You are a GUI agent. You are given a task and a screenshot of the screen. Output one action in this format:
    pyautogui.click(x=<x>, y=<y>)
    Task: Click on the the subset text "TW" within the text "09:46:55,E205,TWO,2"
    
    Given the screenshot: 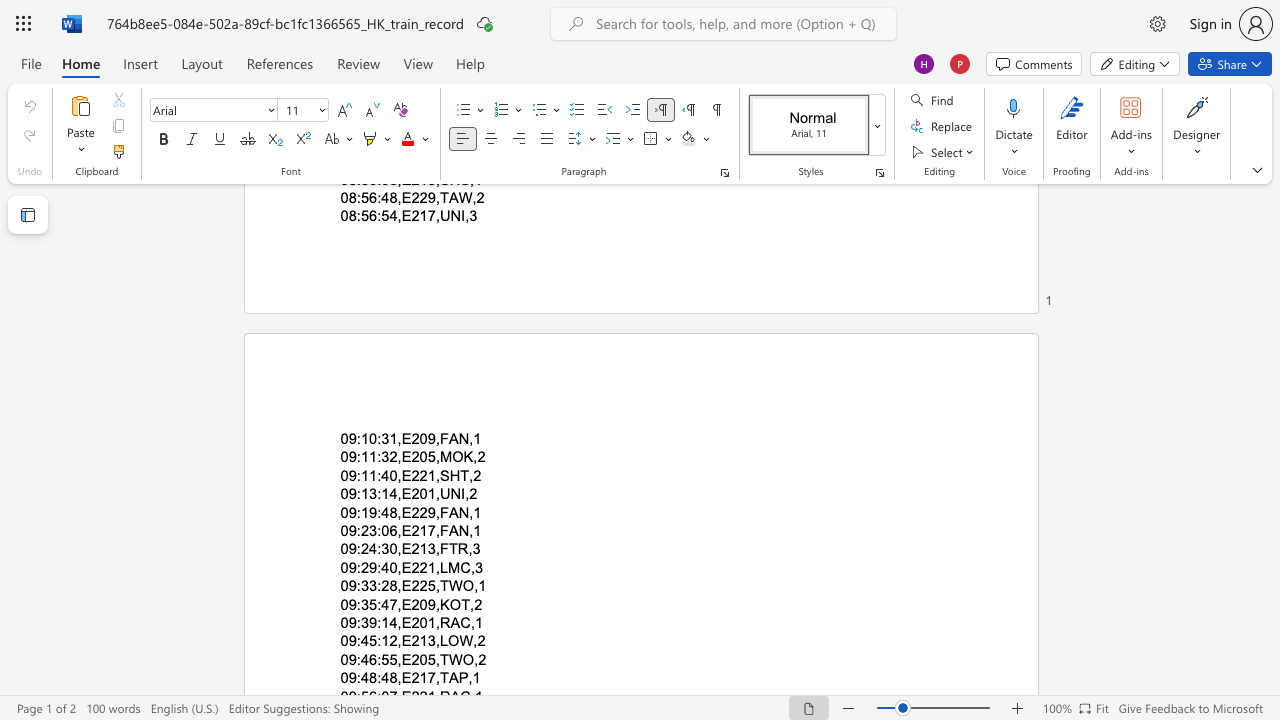 What is the action you would take?
    pyautogui.click(x=438, y=659)
    